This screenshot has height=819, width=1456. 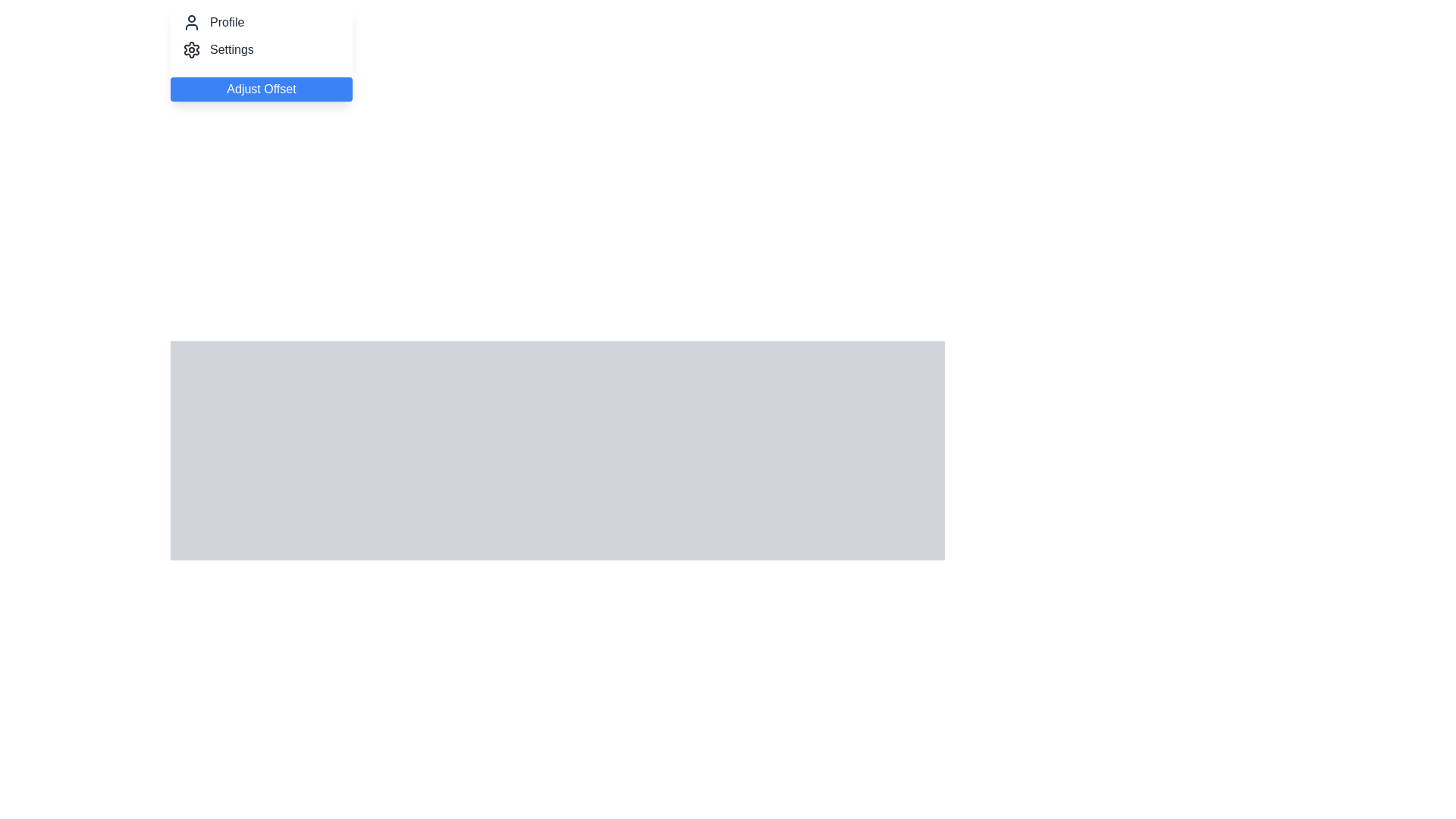 I want to click on the first menu item that accesses user profile information or settings, located near the top-left area of the interface, so click(x=262, y=23).